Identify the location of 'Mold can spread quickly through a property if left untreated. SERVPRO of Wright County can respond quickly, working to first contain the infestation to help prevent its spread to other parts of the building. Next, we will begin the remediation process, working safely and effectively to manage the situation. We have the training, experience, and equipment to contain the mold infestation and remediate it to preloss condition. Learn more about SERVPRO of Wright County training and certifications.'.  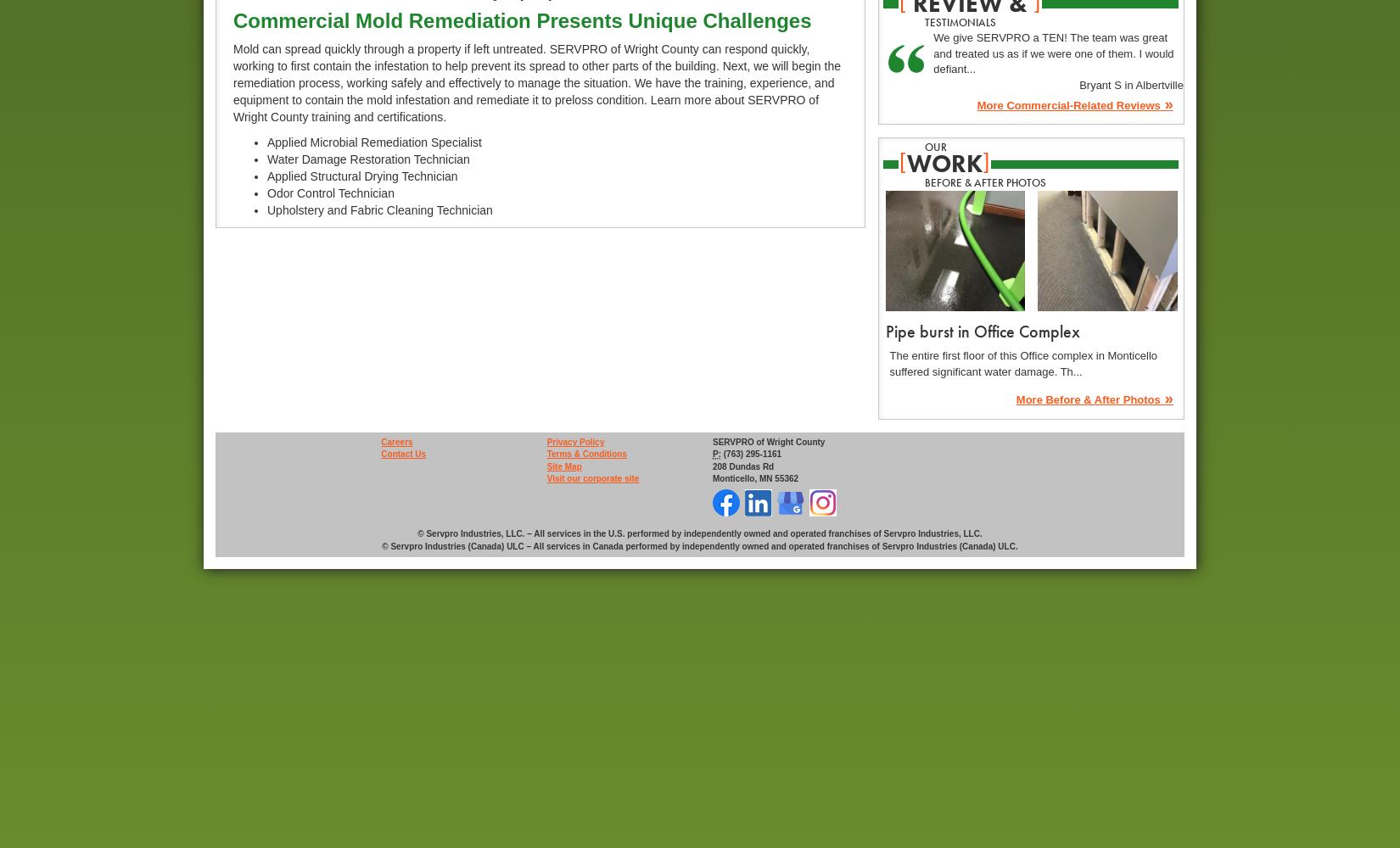
(535, 82).